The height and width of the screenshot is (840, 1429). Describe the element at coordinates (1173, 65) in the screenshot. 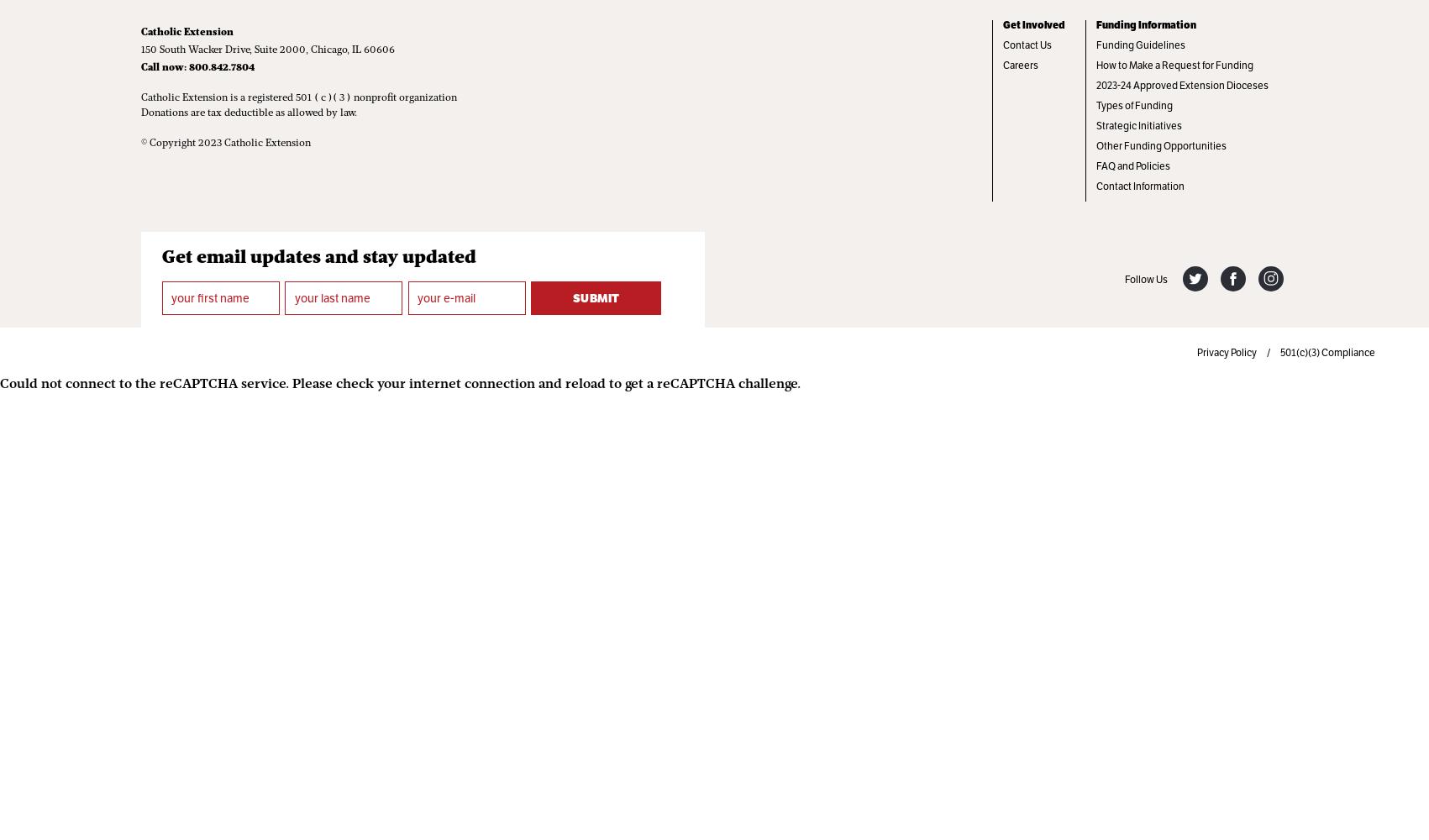

I see `'How to Make a Request for Funding'` at that location.